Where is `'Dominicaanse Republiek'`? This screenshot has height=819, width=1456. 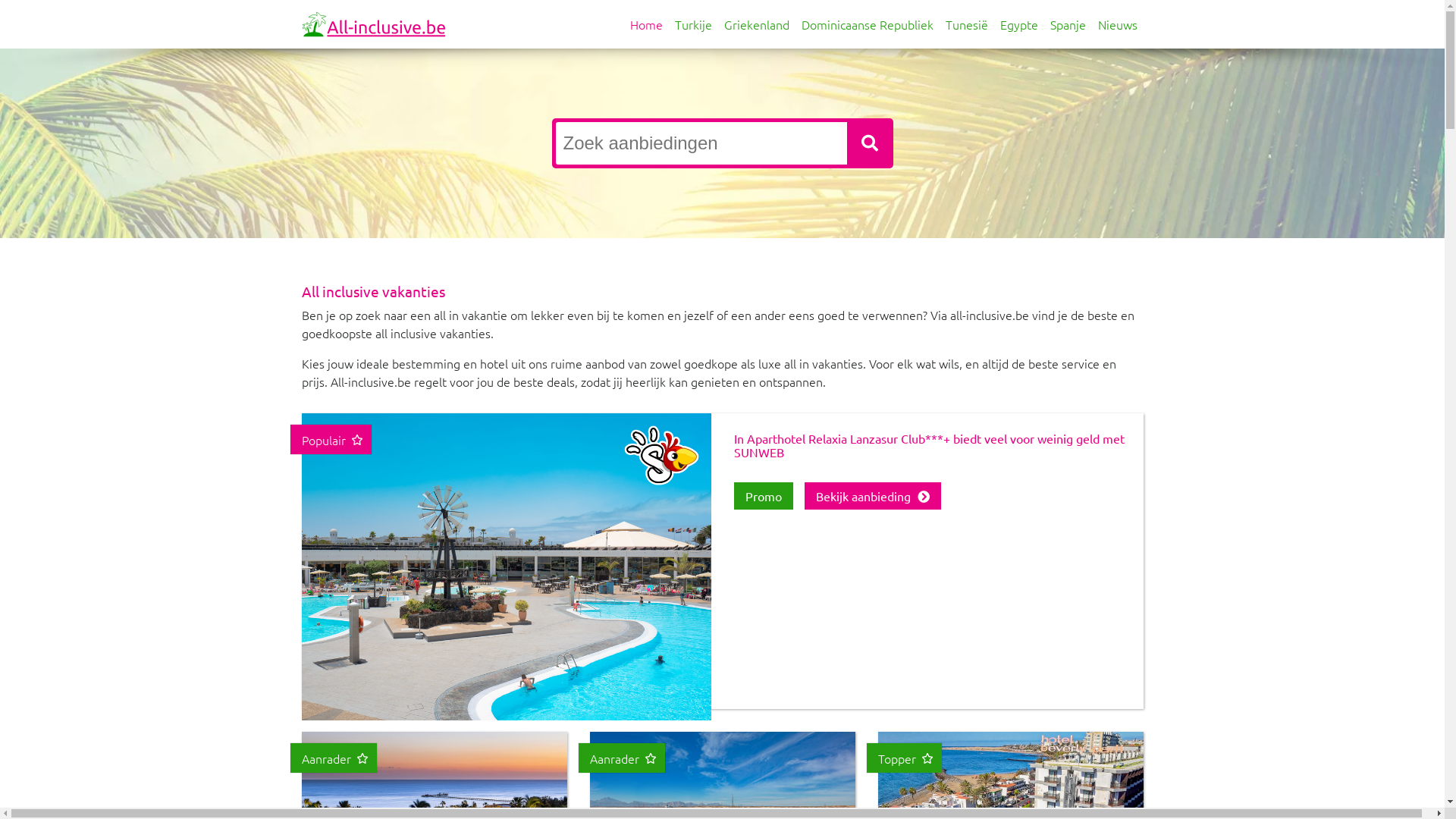
'Dominicaanse Republiek' is located at coordinates (866, 24).